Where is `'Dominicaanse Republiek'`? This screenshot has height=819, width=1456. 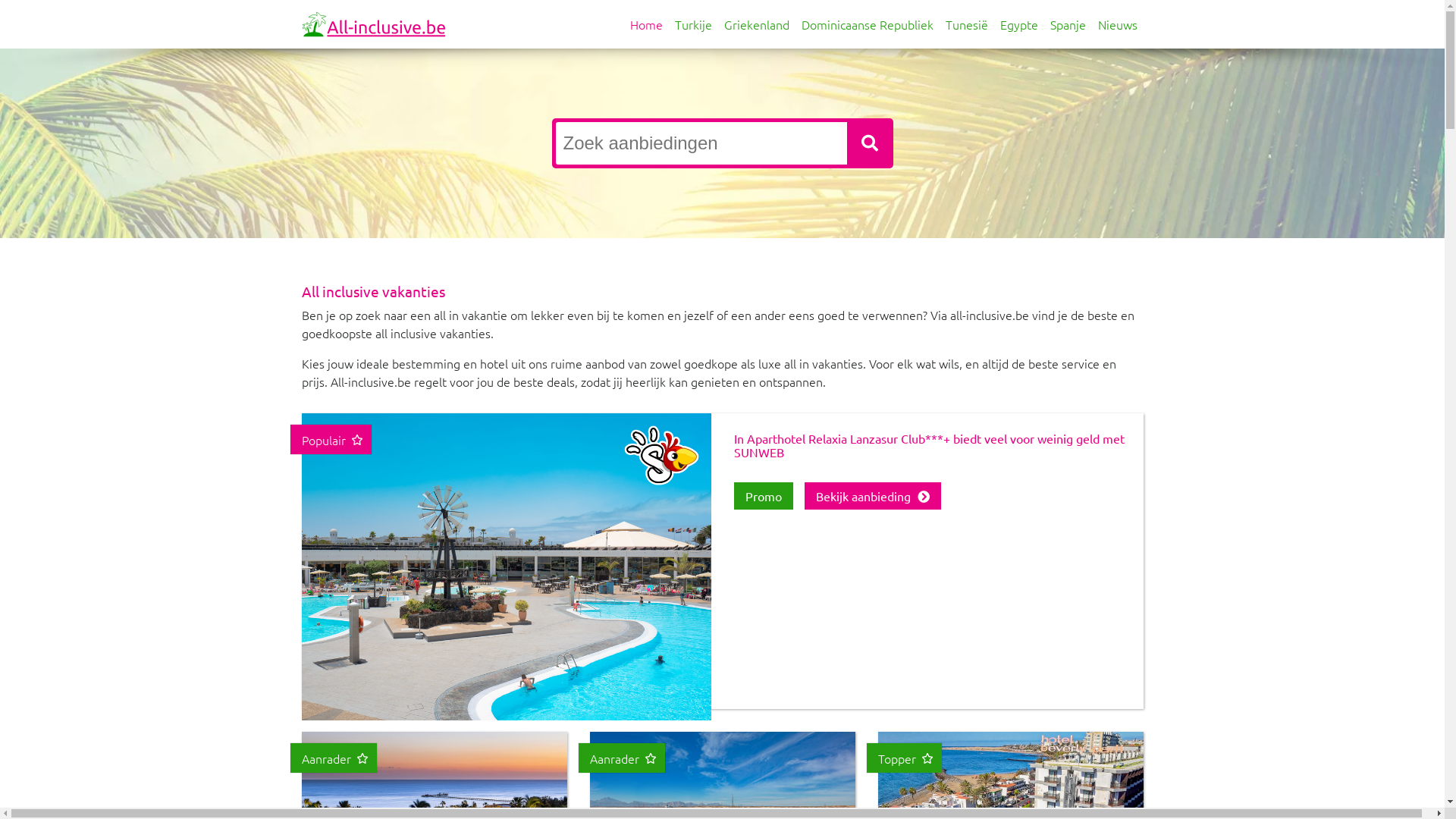
'Dominicaanse Republiek' is located at coordinates (866, 24).